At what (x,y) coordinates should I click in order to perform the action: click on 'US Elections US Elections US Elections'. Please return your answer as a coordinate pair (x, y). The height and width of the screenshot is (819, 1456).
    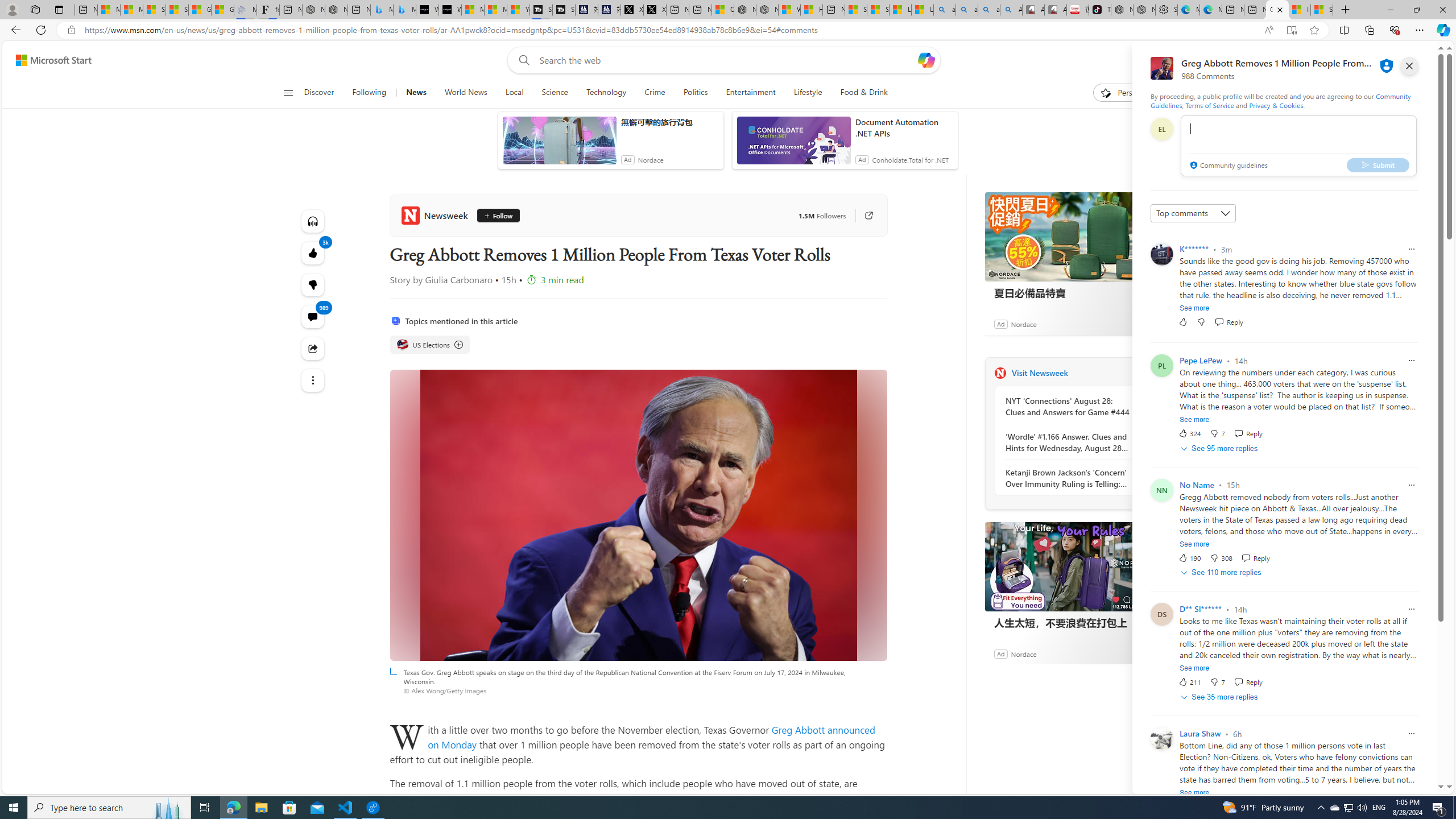
    Looking at the image, I should click on (429, 344).